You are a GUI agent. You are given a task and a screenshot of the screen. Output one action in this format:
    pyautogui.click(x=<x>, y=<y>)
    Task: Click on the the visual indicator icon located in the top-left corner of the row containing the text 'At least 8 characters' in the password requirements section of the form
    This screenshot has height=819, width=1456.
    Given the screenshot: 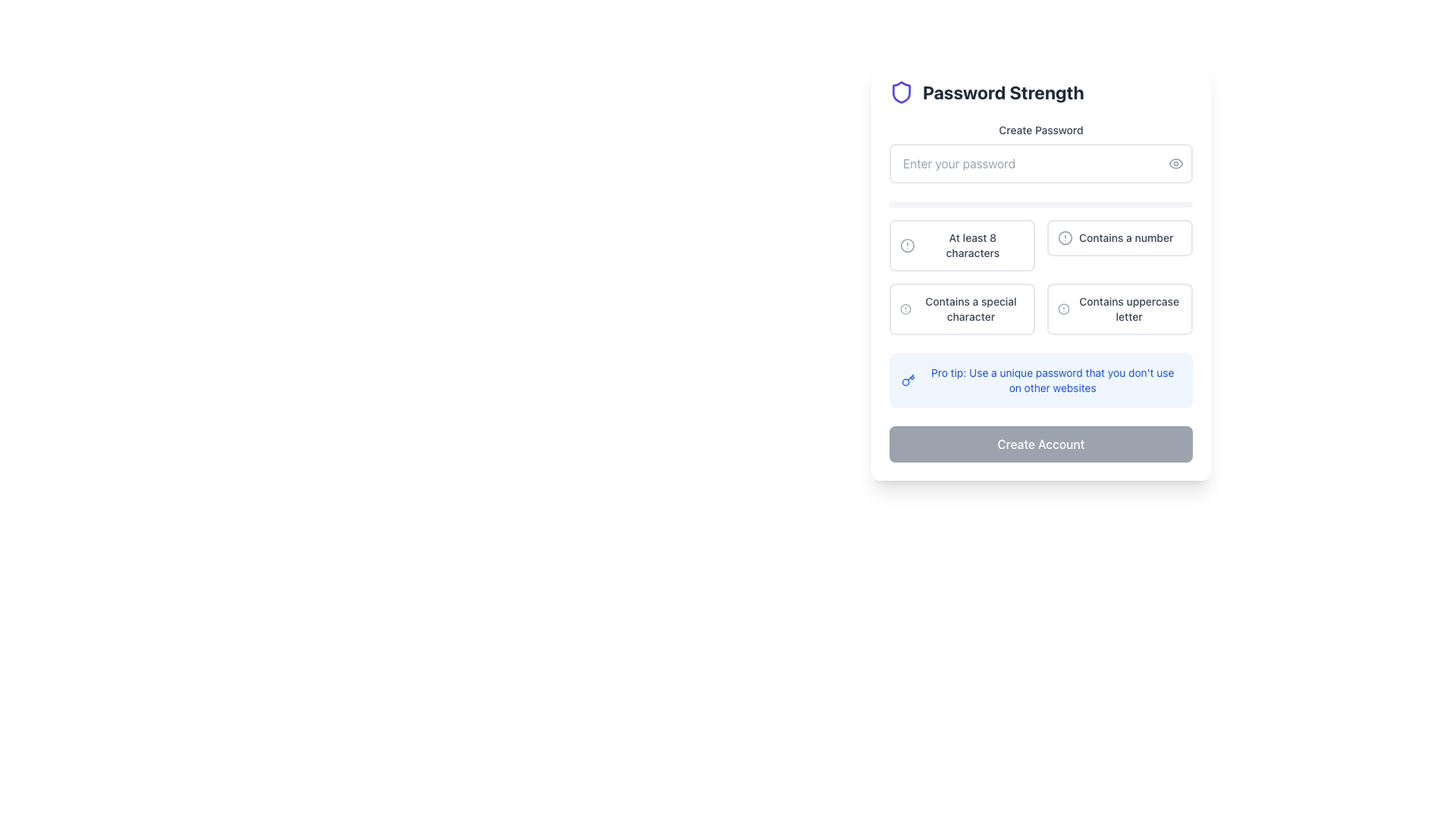 What is the action you would take?
    pyautogui.click(x=907, y=245)
    